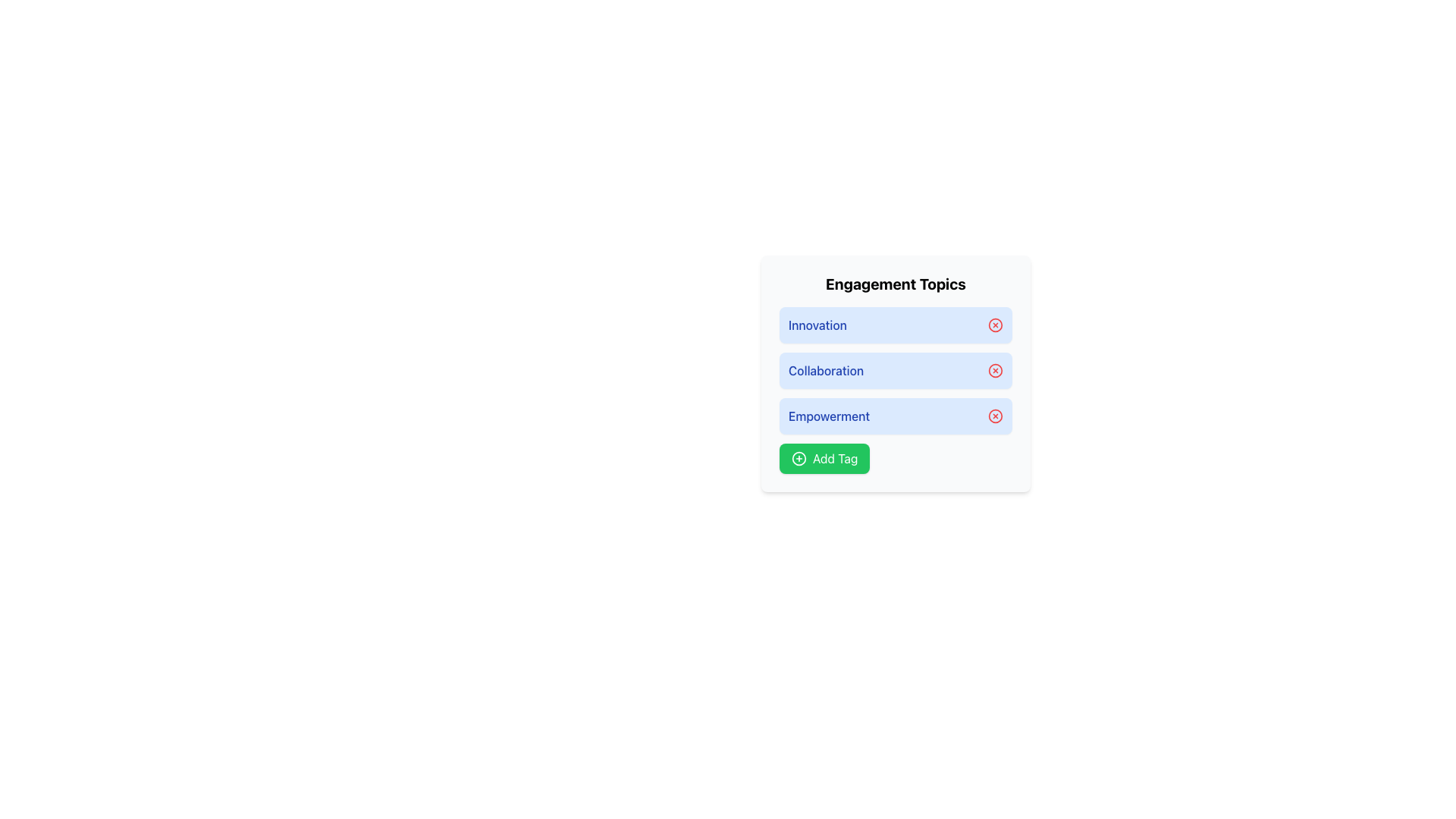  Describe the element at coordinates (799, 458) in the screenshot. I see `the circular plus icon located at the center of the green 'Add Tag' button, which is positioned` at that location.